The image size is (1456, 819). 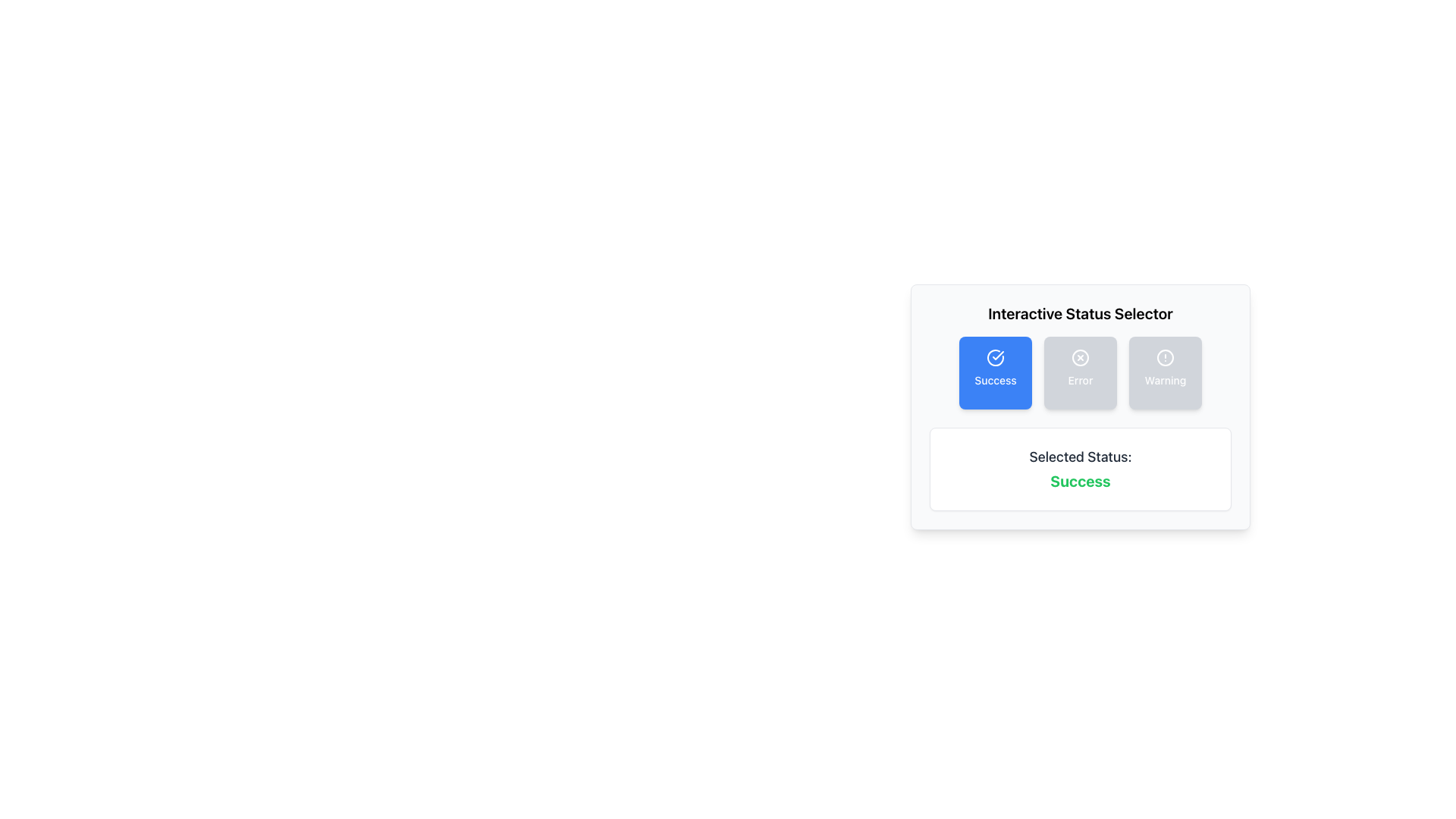 I want to click on the checkmark icon inside a blue circle labeled 'Success', which is part of the interactive selector panel, so click(x=996, y=357).